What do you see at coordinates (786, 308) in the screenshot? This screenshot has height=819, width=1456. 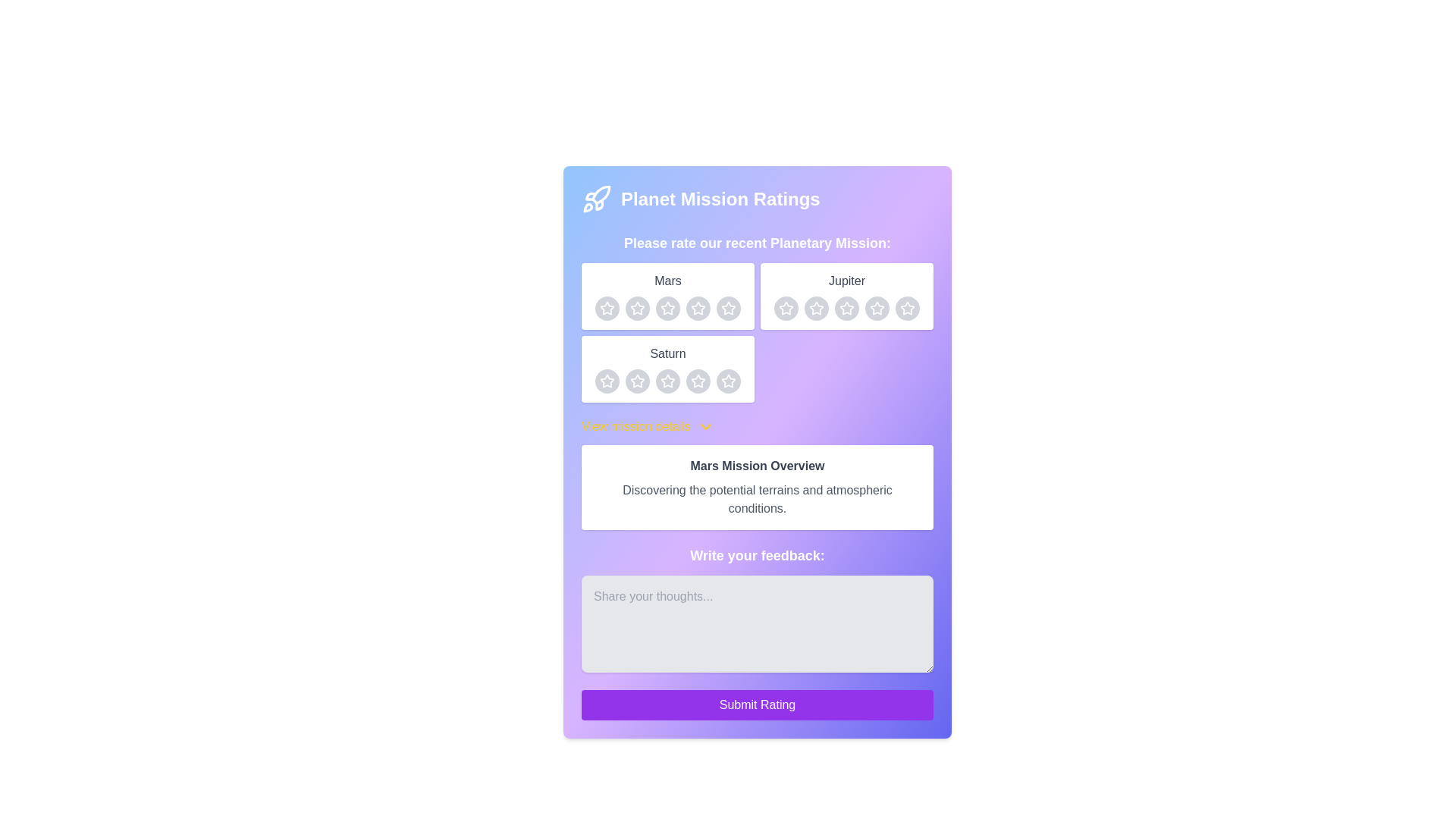 I see `the third star icon in the rating row for the 'Jupiter' mission` at bounding box center [786, 308].